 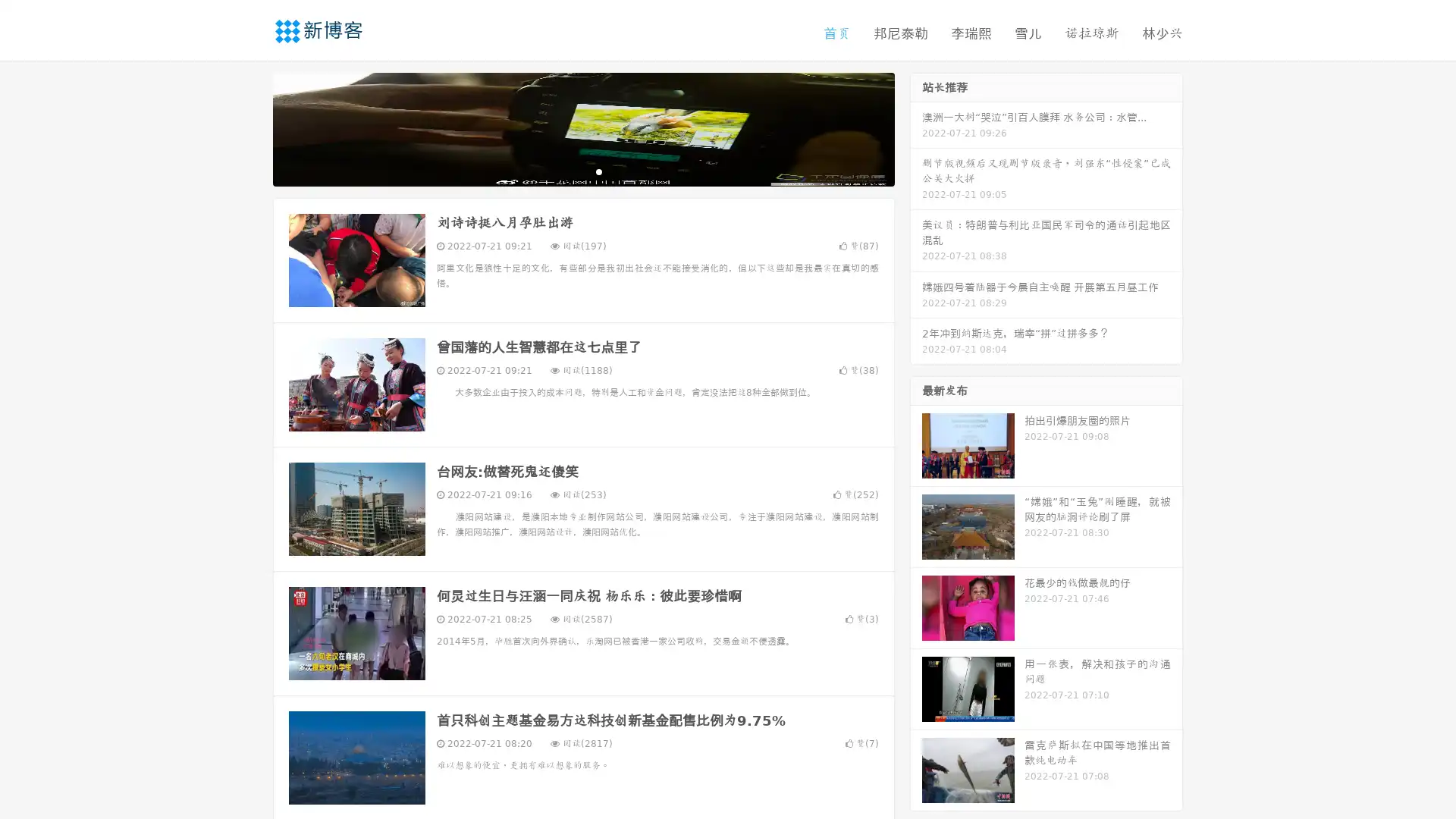 What do you see at coordinates (582, 171) in the screenshot?
I see `Go to slide 2` at bounding box center [582, 171].